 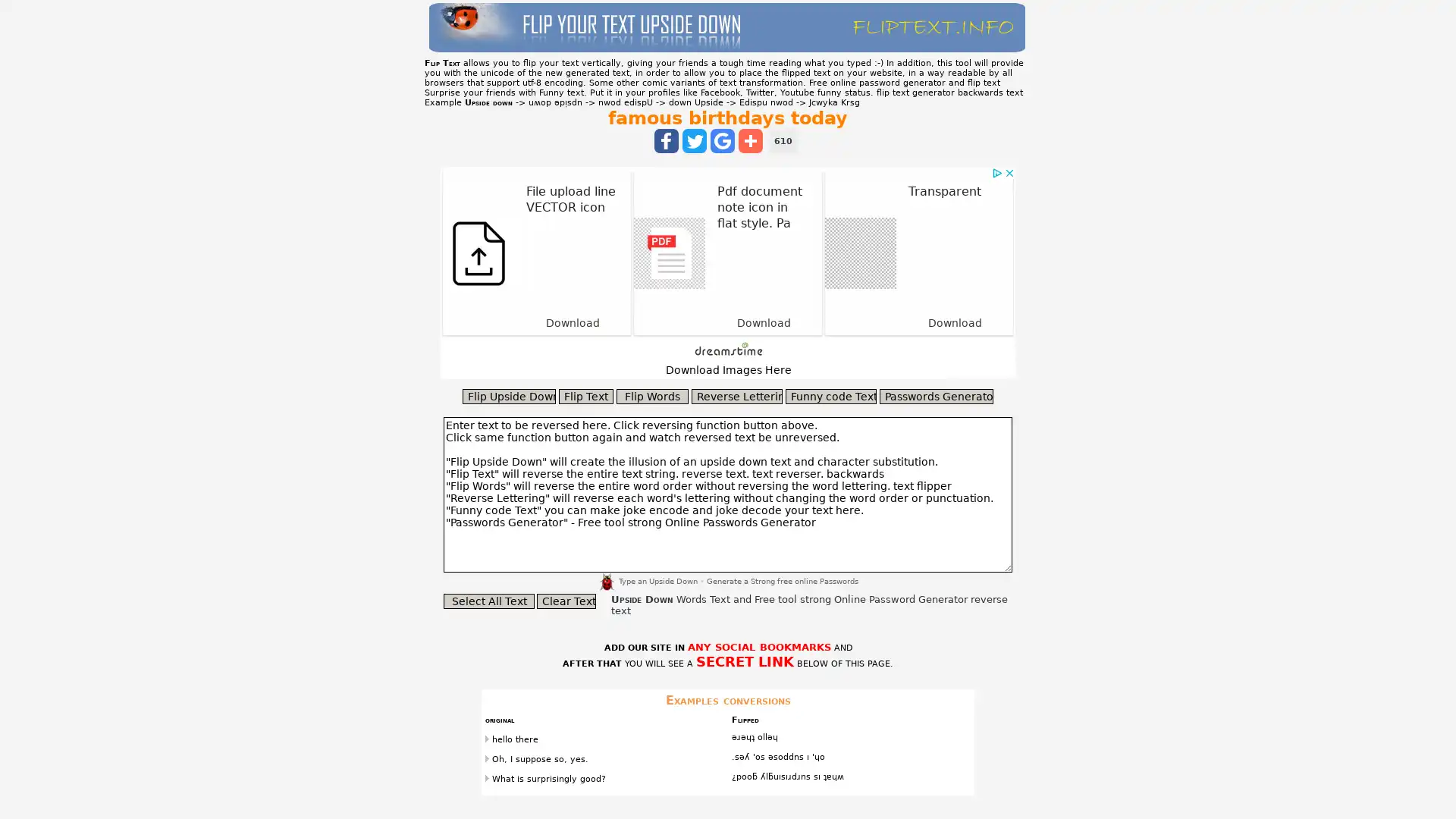 I want to click on Select All Text, so click(x=488, y=601).